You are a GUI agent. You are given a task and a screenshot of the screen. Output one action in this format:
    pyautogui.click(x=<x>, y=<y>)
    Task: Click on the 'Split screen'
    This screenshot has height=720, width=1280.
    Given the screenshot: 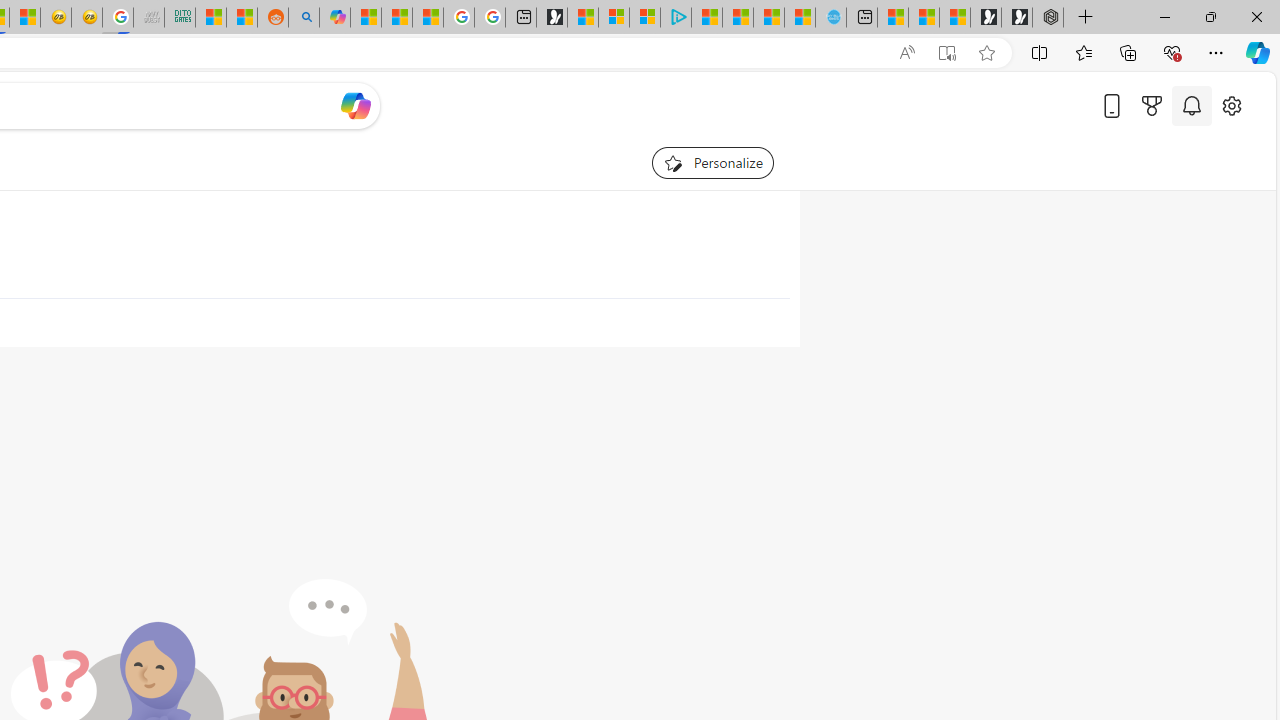 What is the action you would take?
    pyautogui.click(x=1040, y=51)
    